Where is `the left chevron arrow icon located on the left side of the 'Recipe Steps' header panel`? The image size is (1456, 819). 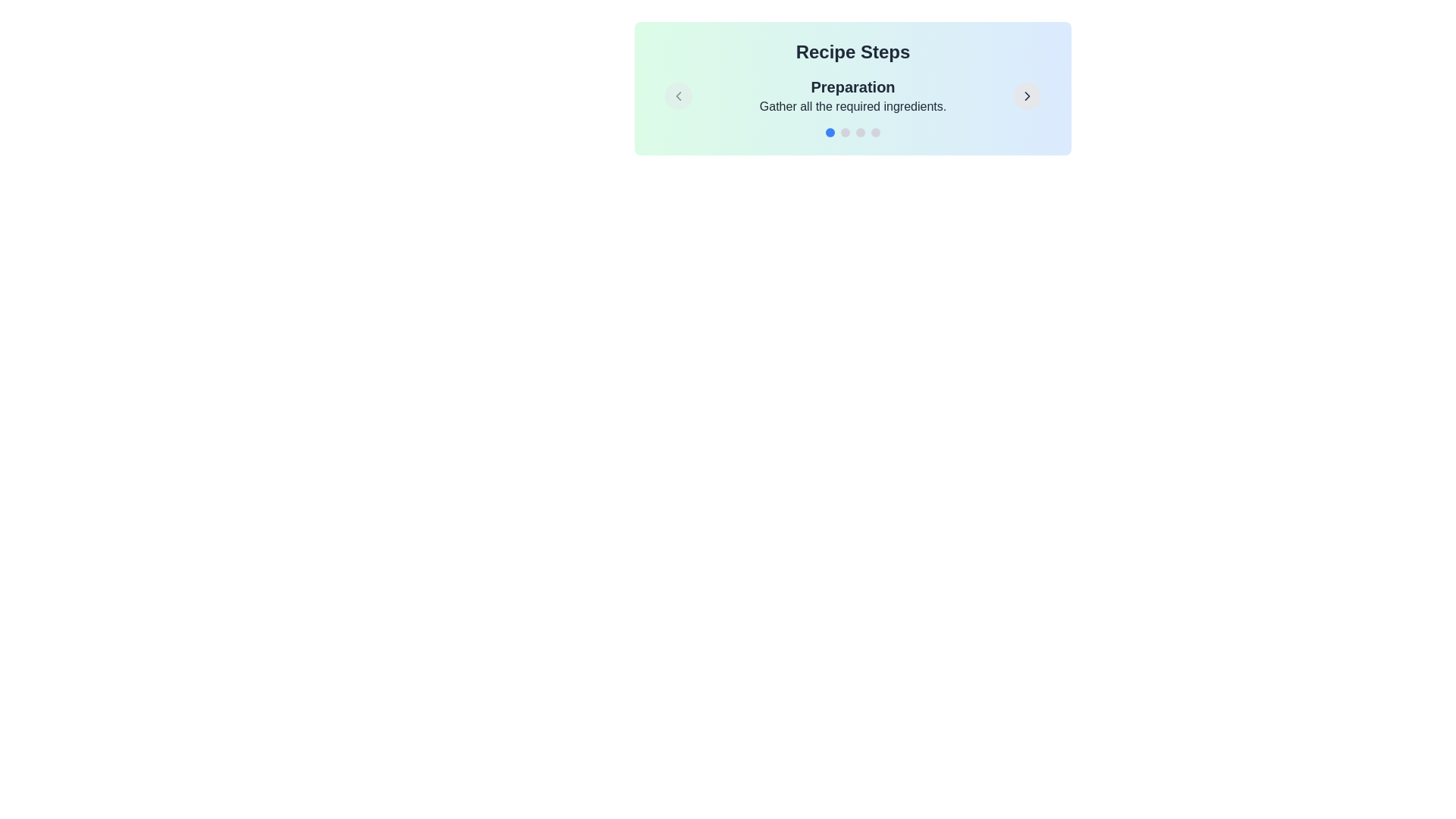 the left chevron arrow icon located on the left side of the 'Recipe Steps' header panel is located at coordinates (677, 96).